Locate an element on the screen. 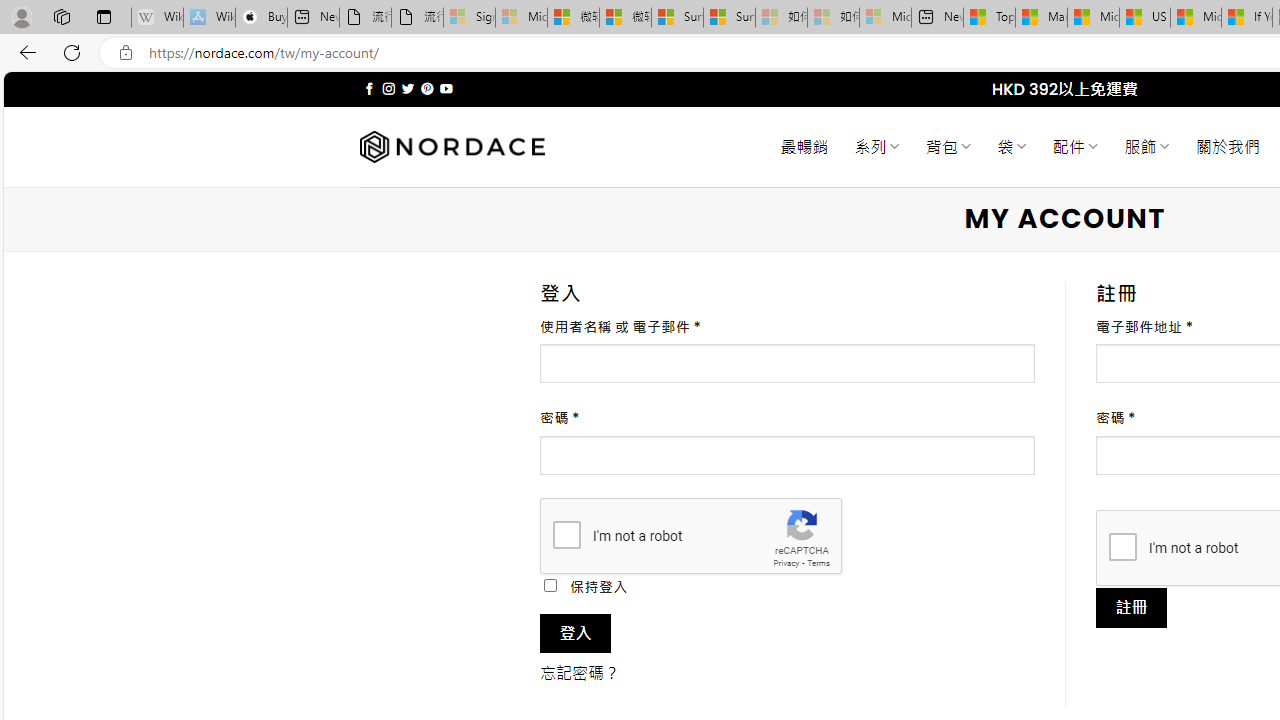  'Follow on Twitter' is located at coordinates (406, 88).